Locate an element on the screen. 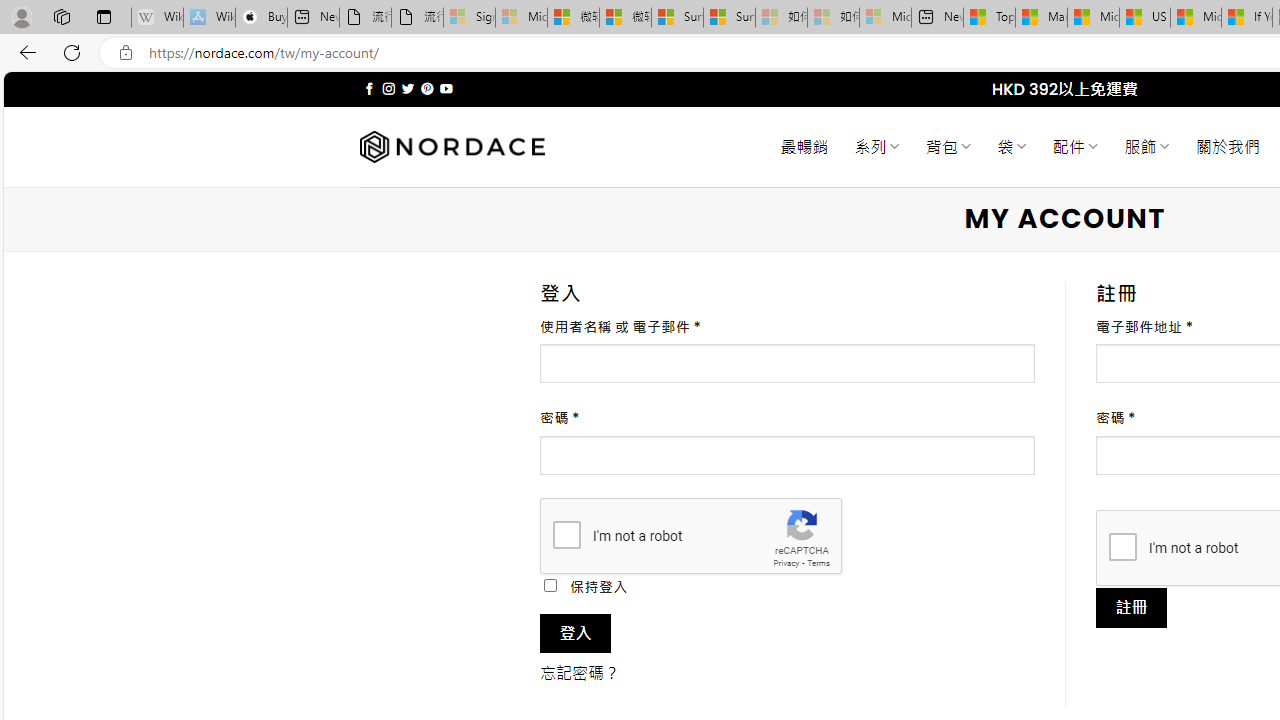  'Follow on Twitter' is located at coordinates (406, 88).